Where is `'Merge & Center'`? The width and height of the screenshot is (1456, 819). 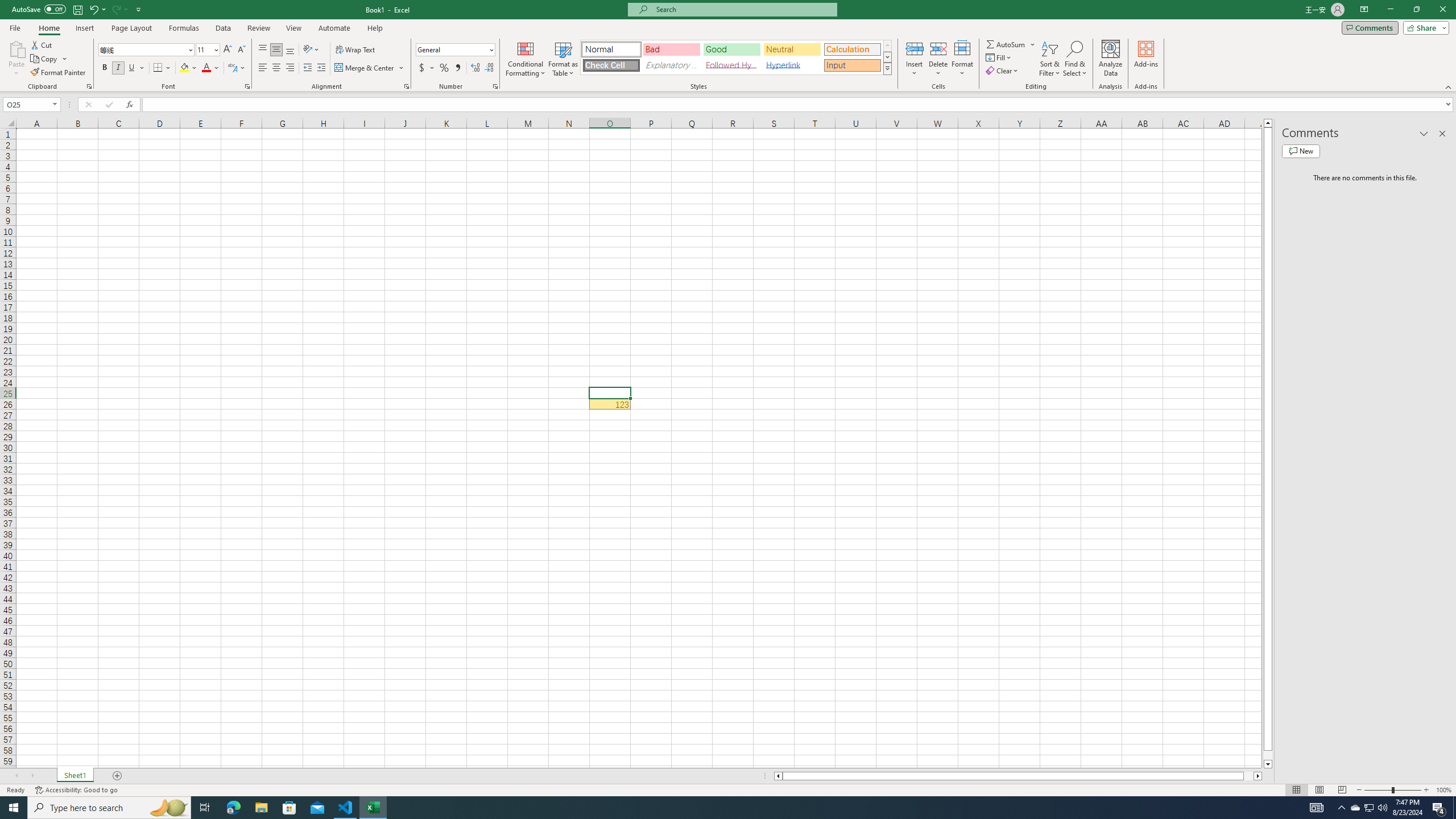
'Merge & Center' is located at coordinates (369, 67).